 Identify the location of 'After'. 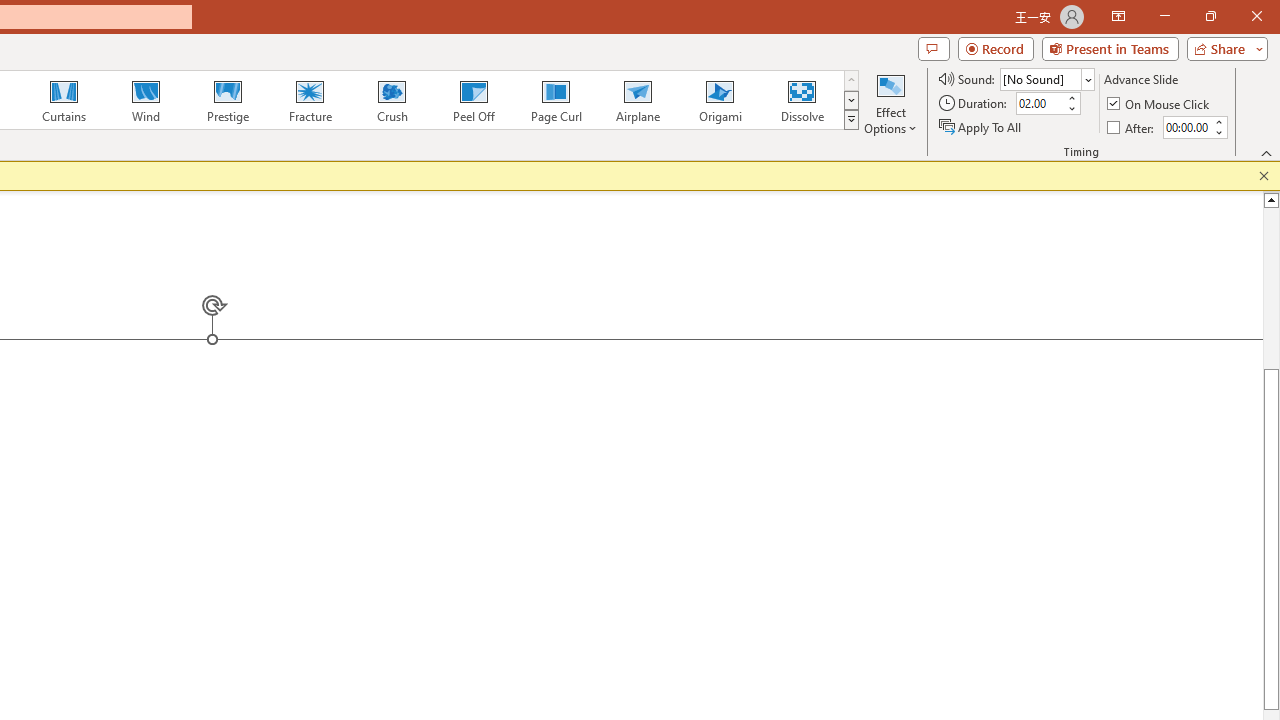
(1132, 127).